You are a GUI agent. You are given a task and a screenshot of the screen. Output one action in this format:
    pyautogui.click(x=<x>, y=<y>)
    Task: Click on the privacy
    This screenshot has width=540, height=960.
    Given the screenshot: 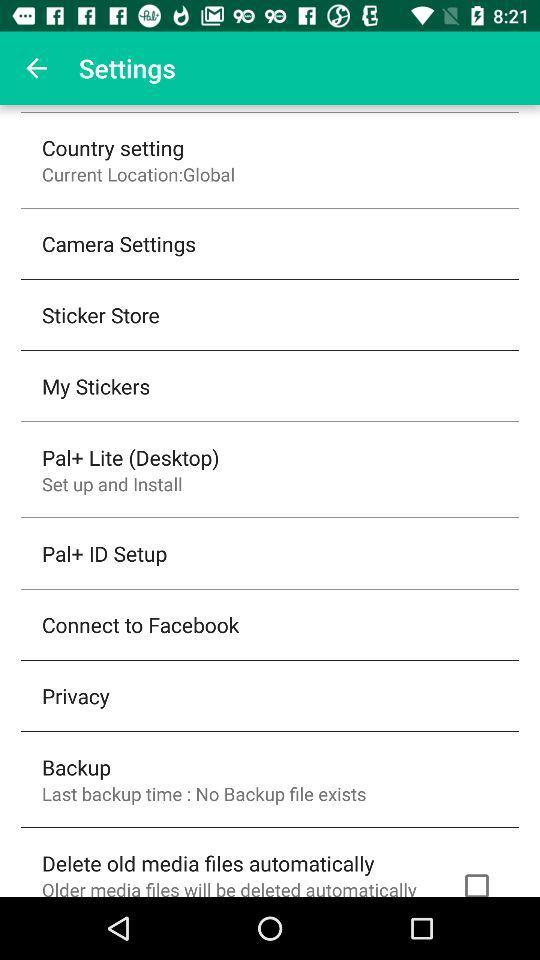 What is the action you would take?
    pyautogui.click(x=74, y=696)
    